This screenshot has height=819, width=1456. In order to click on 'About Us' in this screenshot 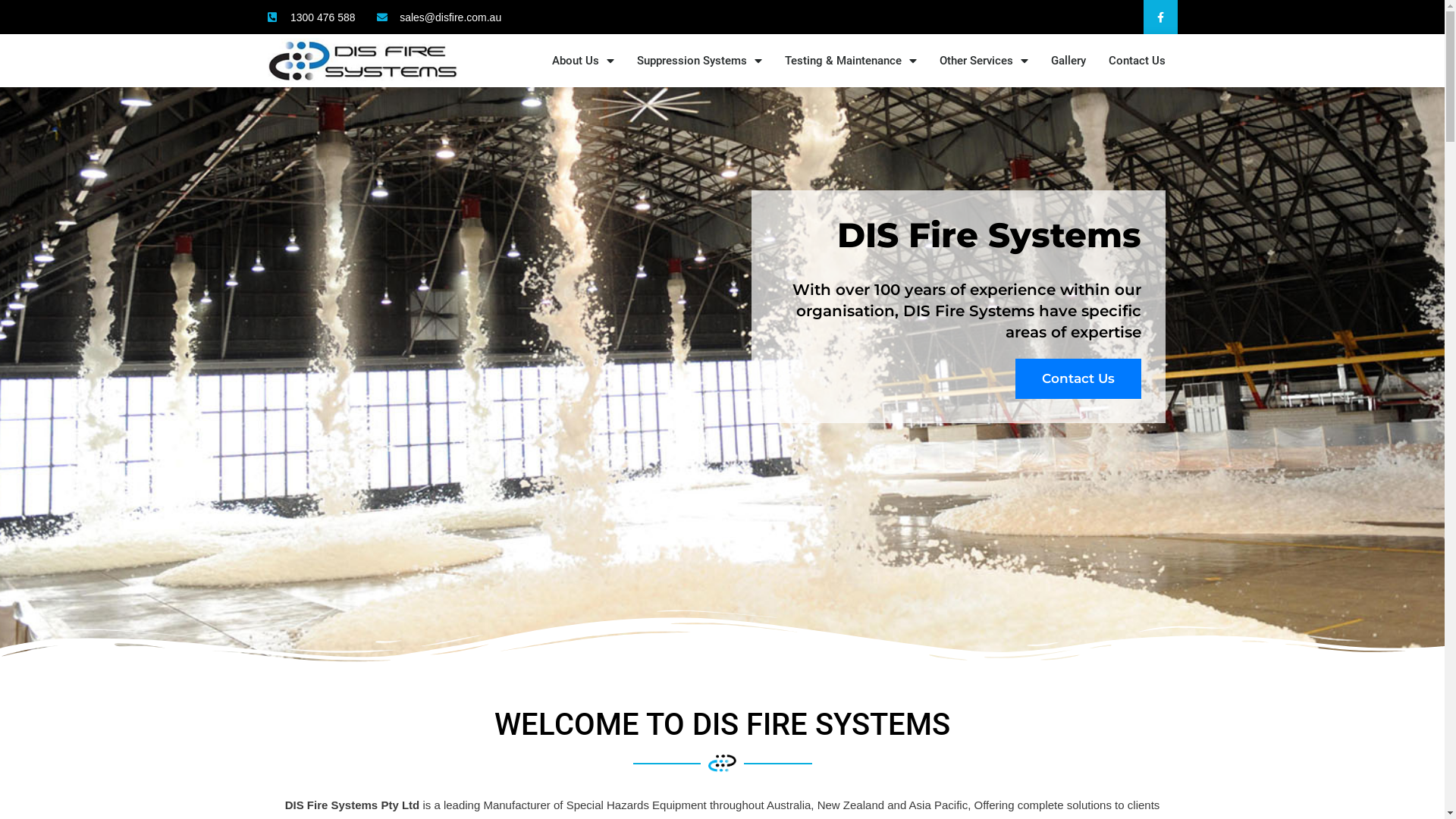, I will do `click(582, 60)`.